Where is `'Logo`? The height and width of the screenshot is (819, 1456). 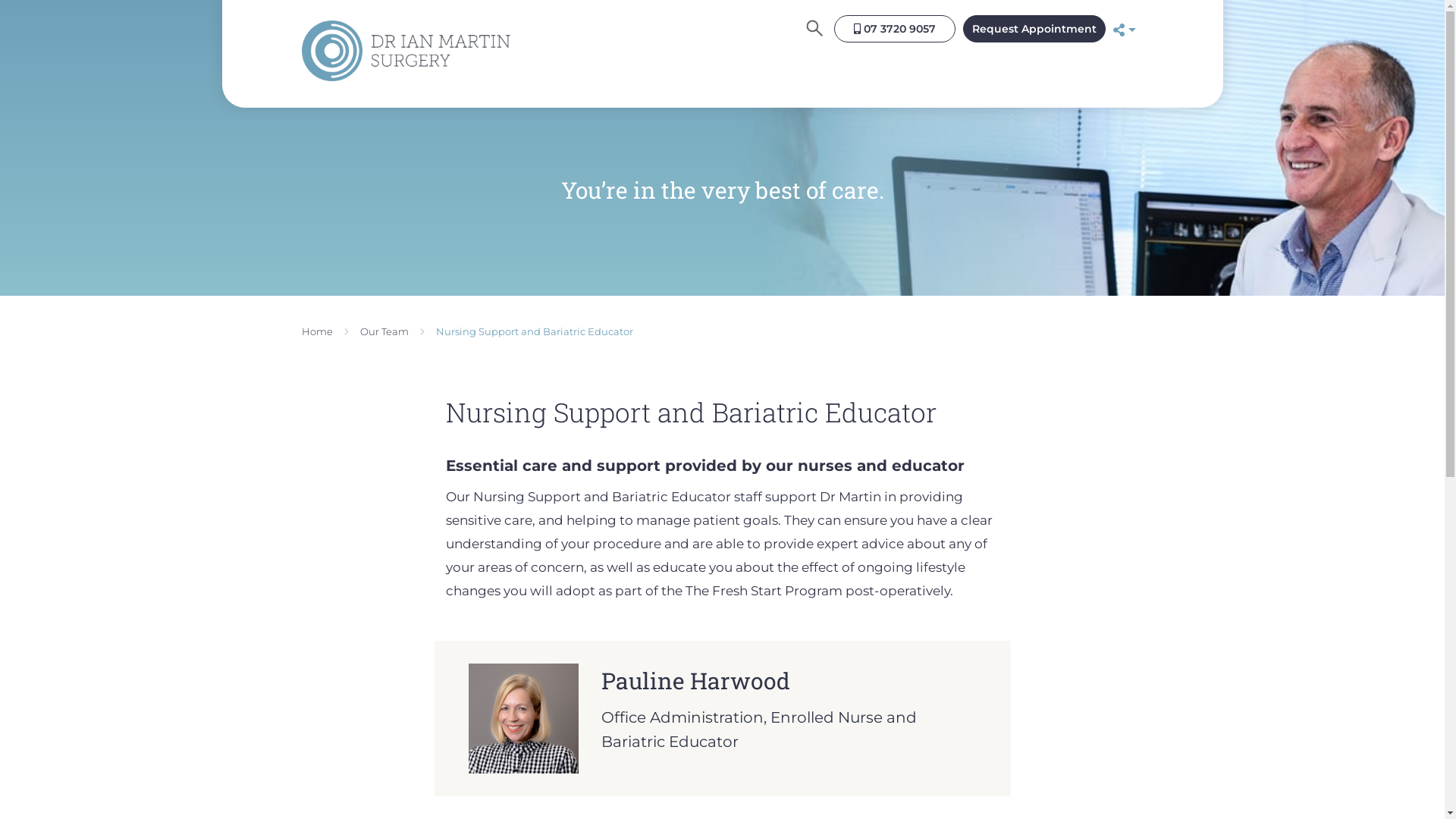 'Logo is located at coordinates (406, 52).